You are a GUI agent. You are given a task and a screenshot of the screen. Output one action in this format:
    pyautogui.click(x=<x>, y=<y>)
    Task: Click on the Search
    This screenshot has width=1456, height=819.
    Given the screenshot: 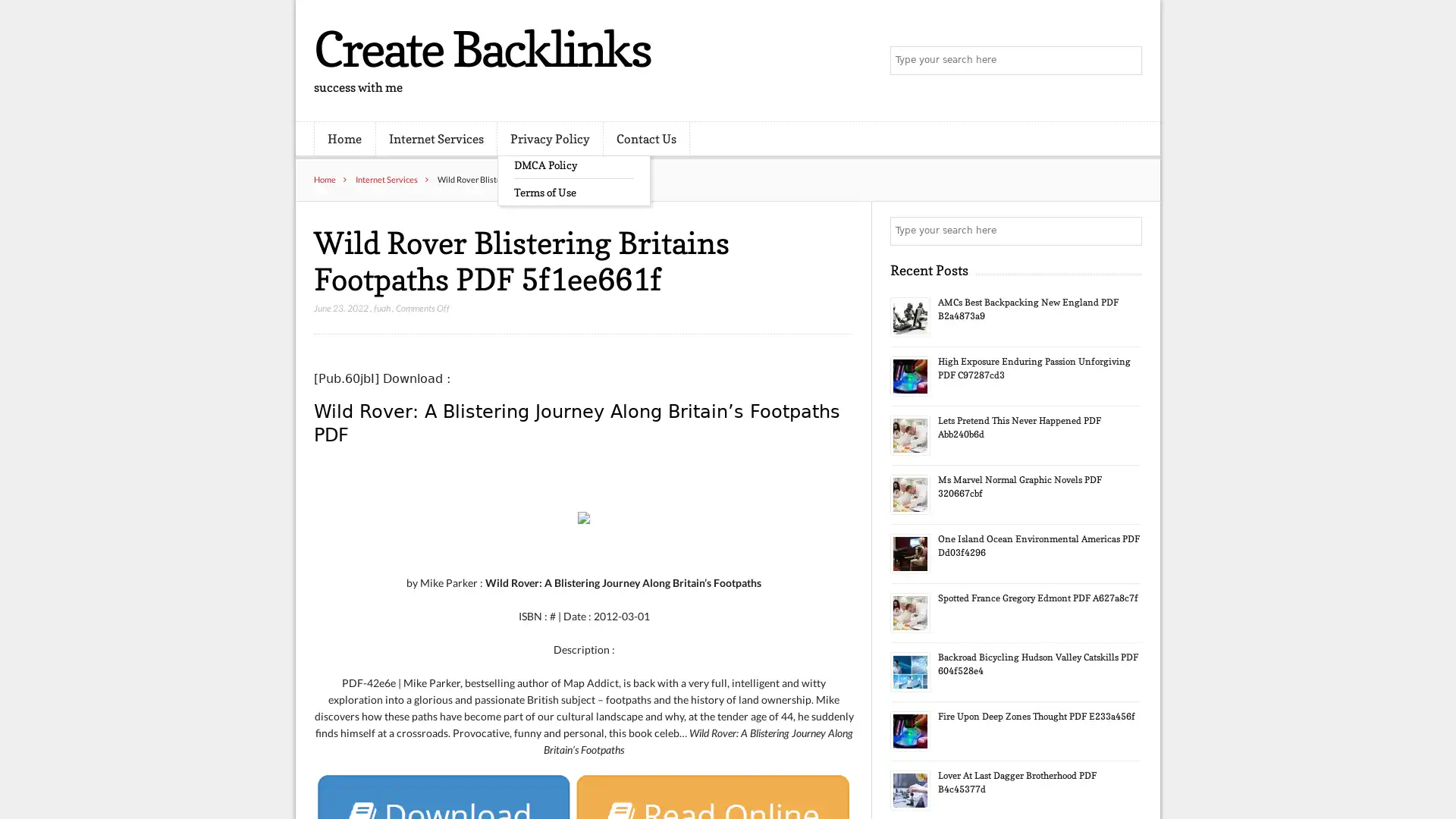 What is the action you would take?
    pyautogui.click(x=1126, y=61)
    